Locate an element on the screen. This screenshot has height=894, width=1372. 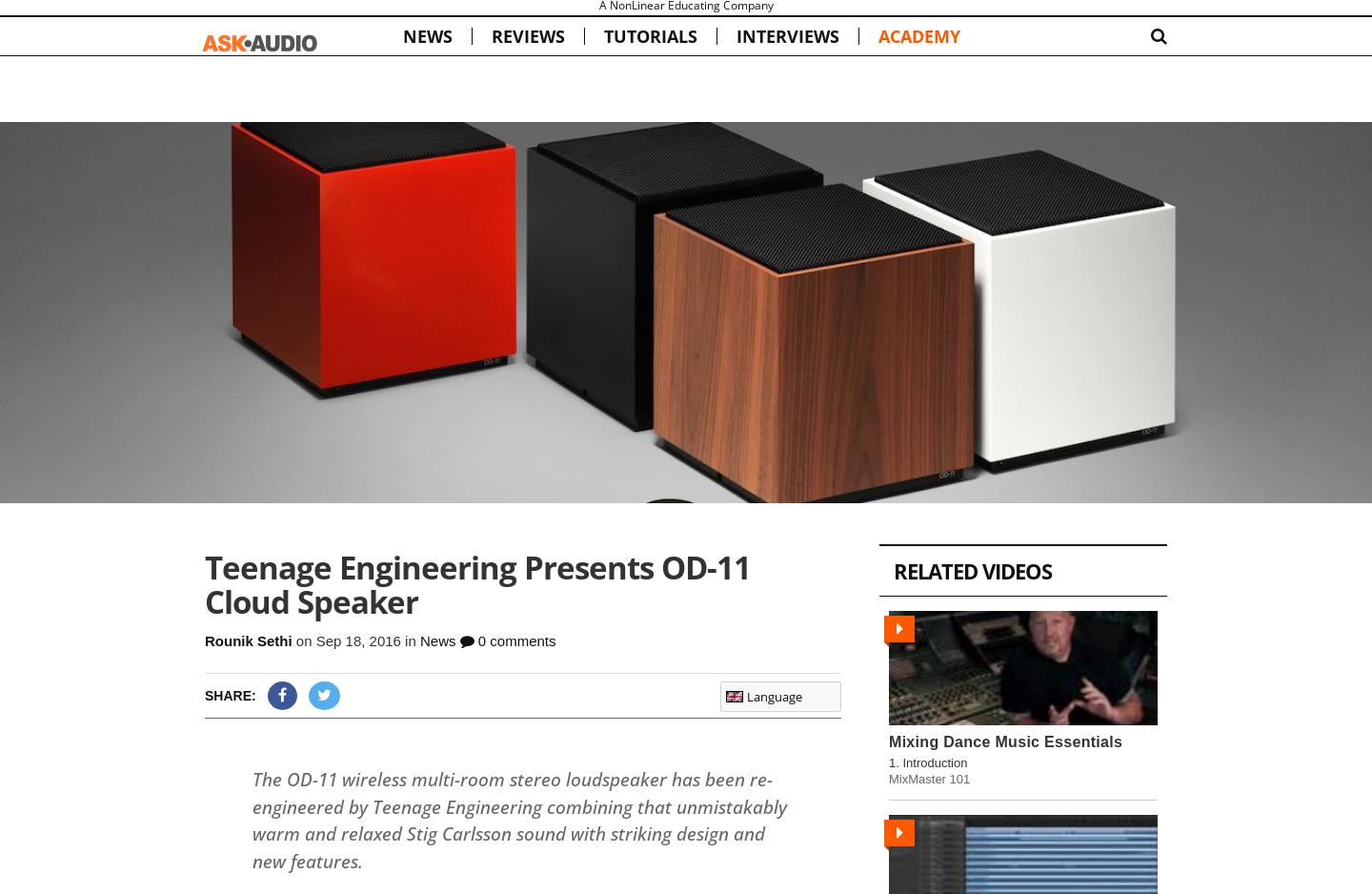
'Create Account' is located at coordinates (1123, 15).